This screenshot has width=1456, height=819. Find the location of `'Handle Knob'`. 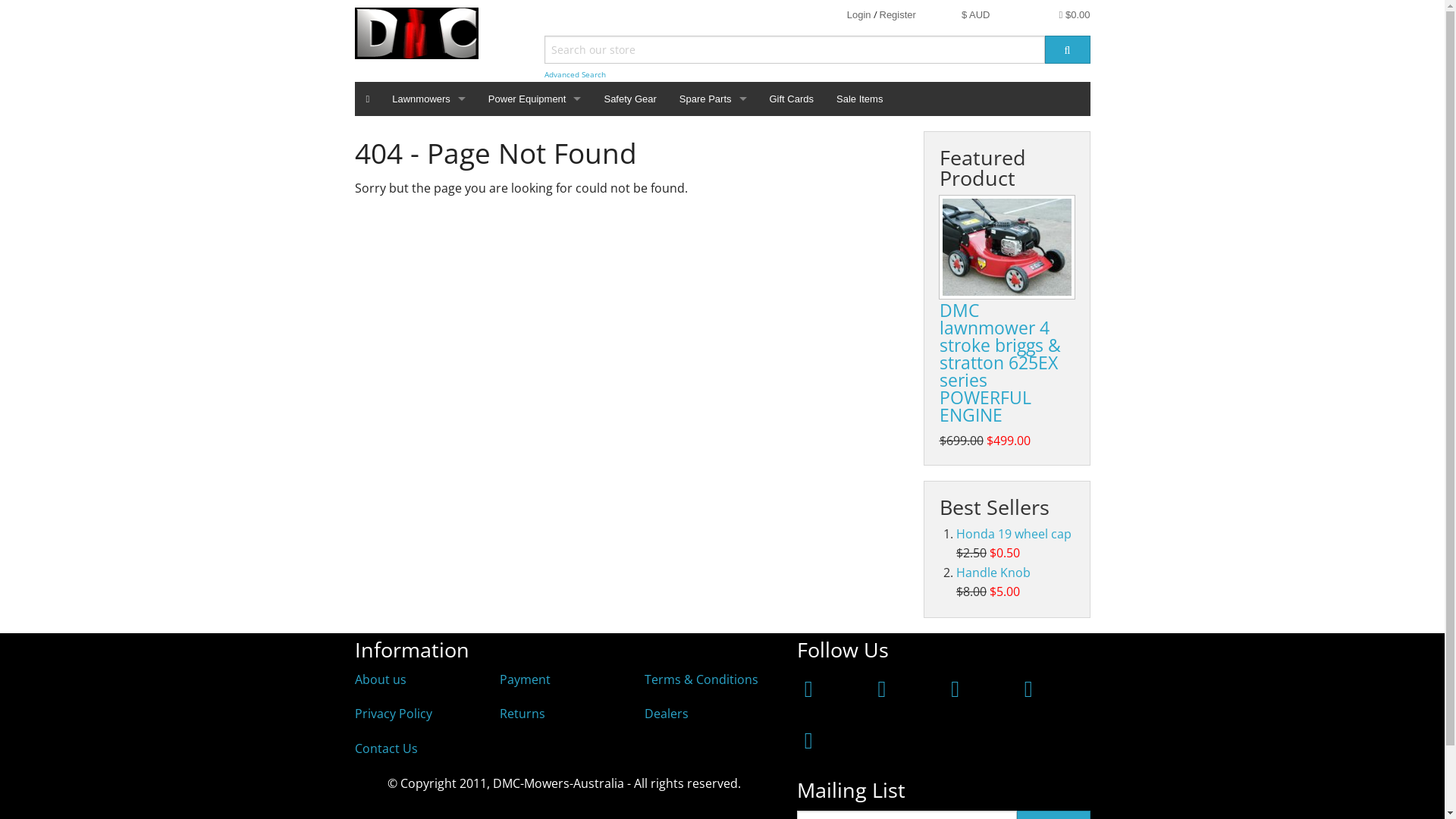

'Handle Knob' is located at coordinates (993, 573).